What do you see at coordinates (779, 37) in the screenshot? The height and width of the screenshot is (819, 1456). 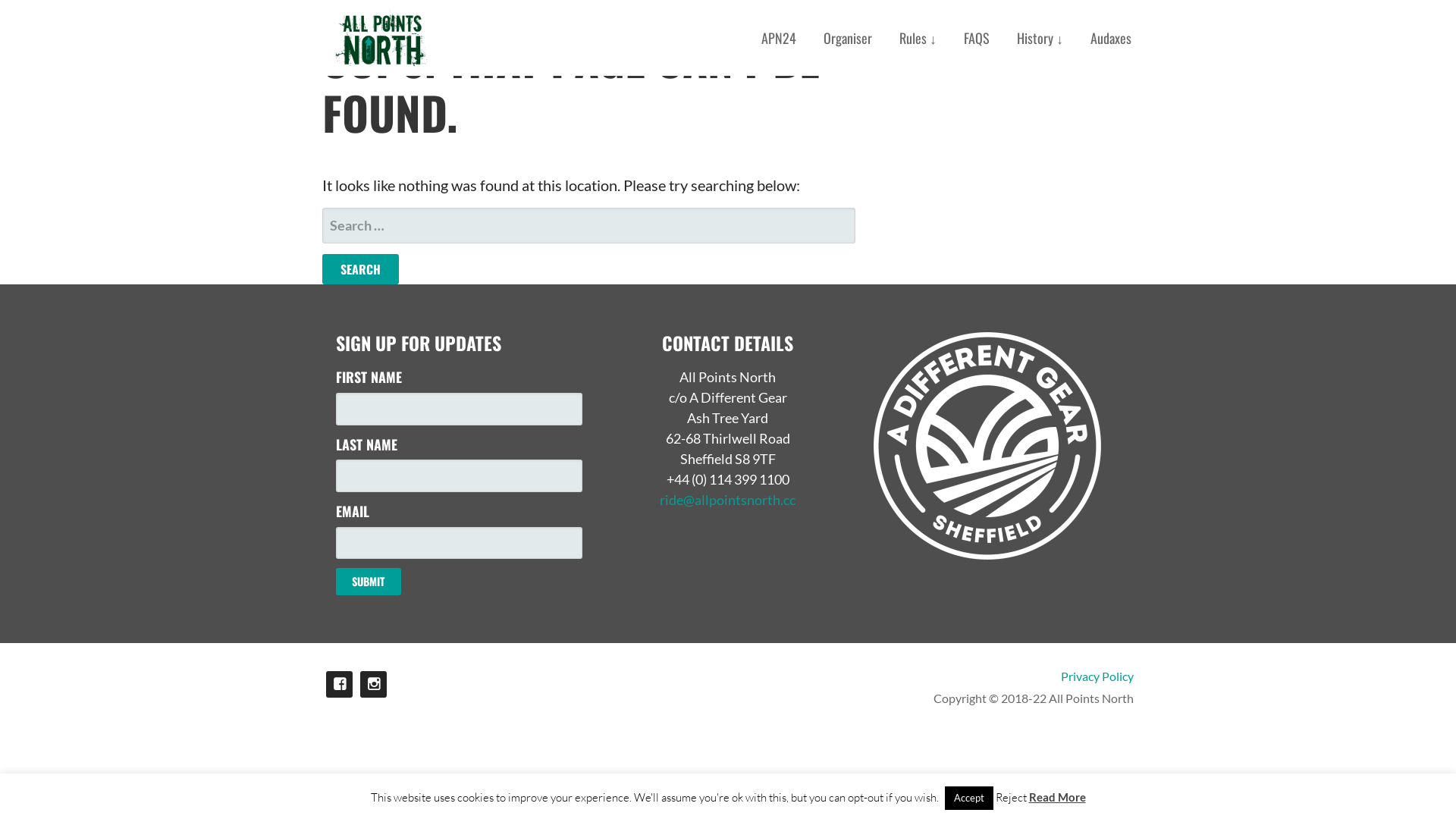 I see `'APN24'` at bounding box center [779, 37].